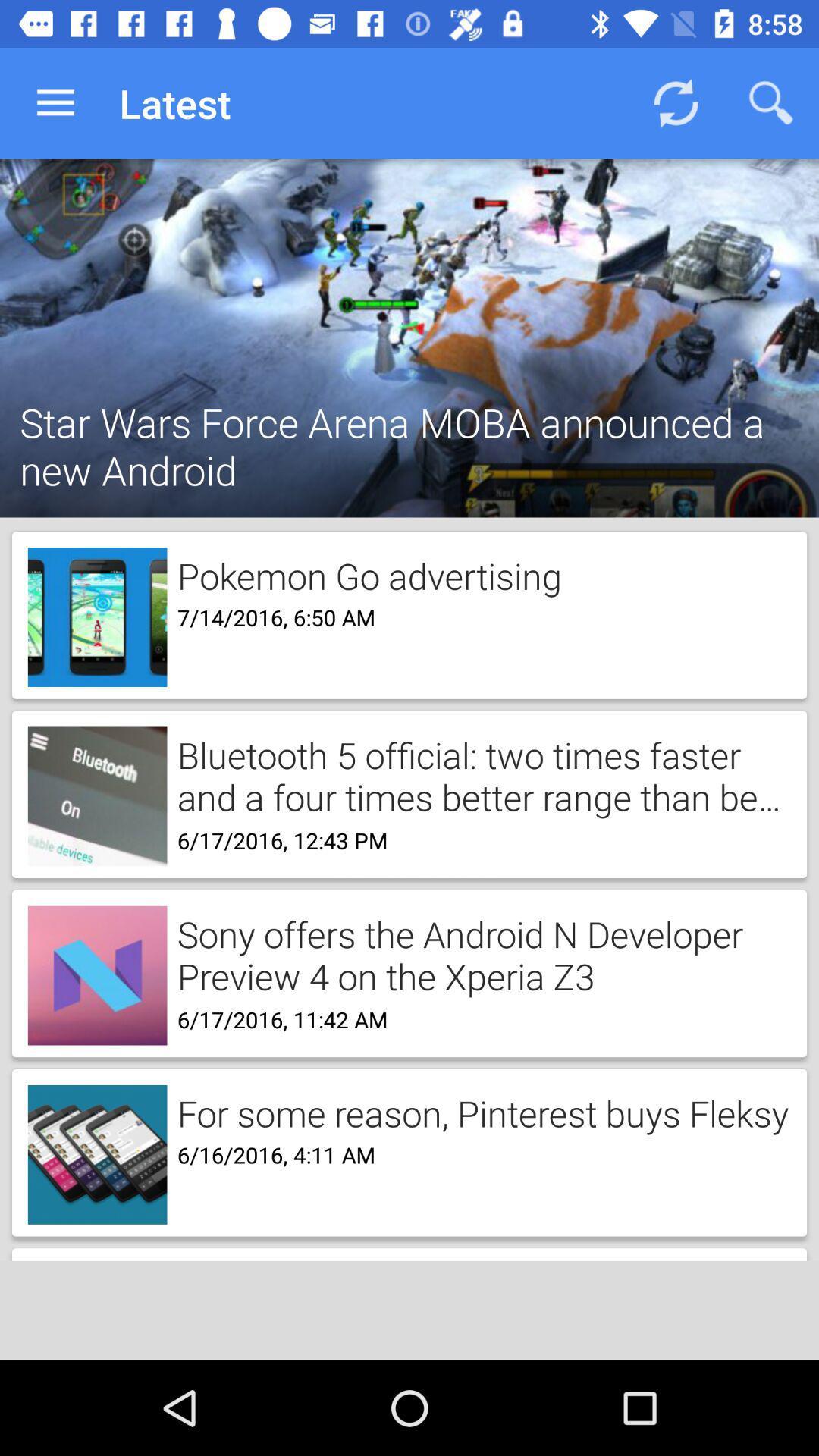  I want to click on the sony offers the item, so click(479, 953).